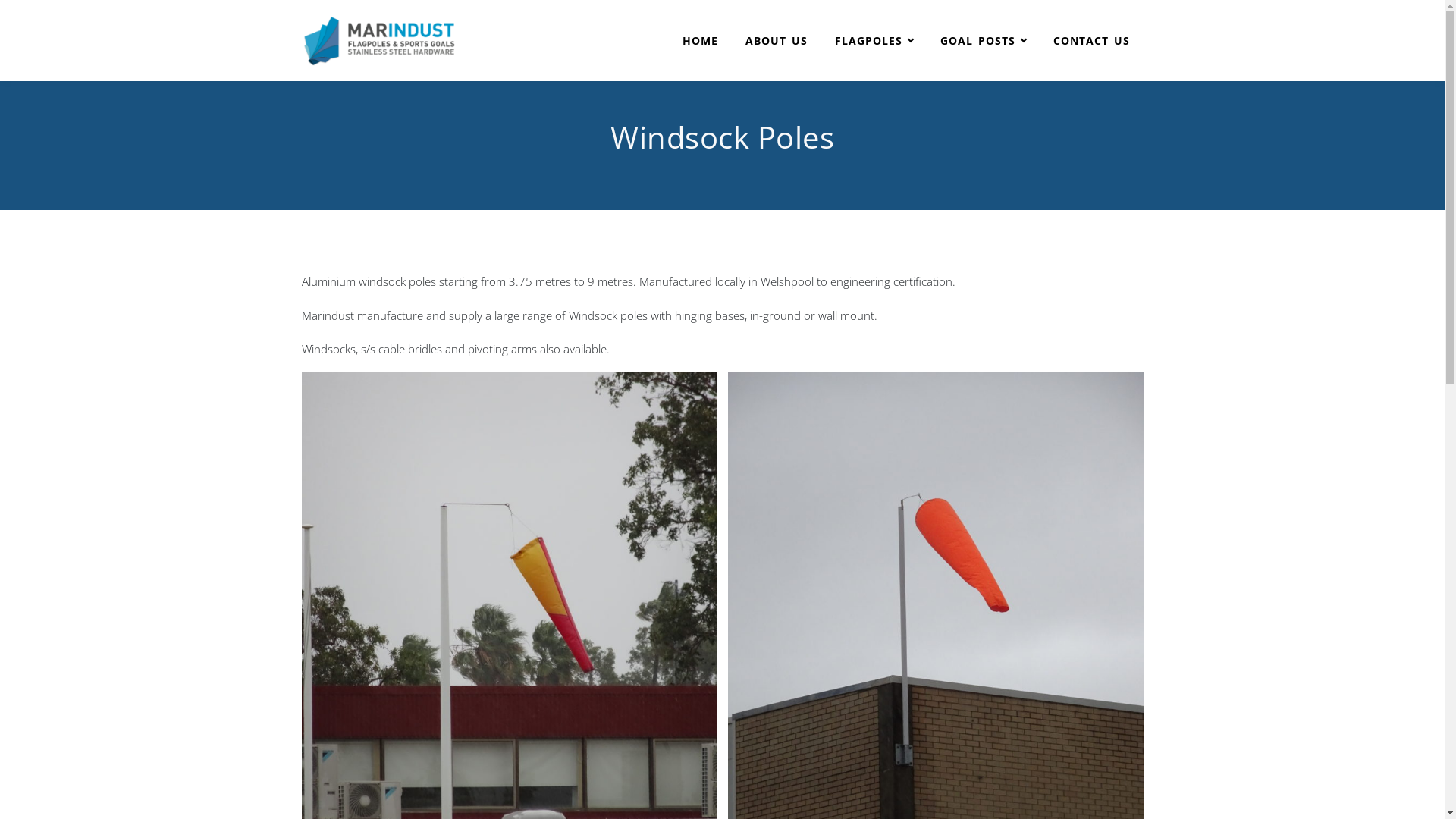 This screenshot has height=819, width=1456. I want to click on 'ABOUT US', so click(775, 40).